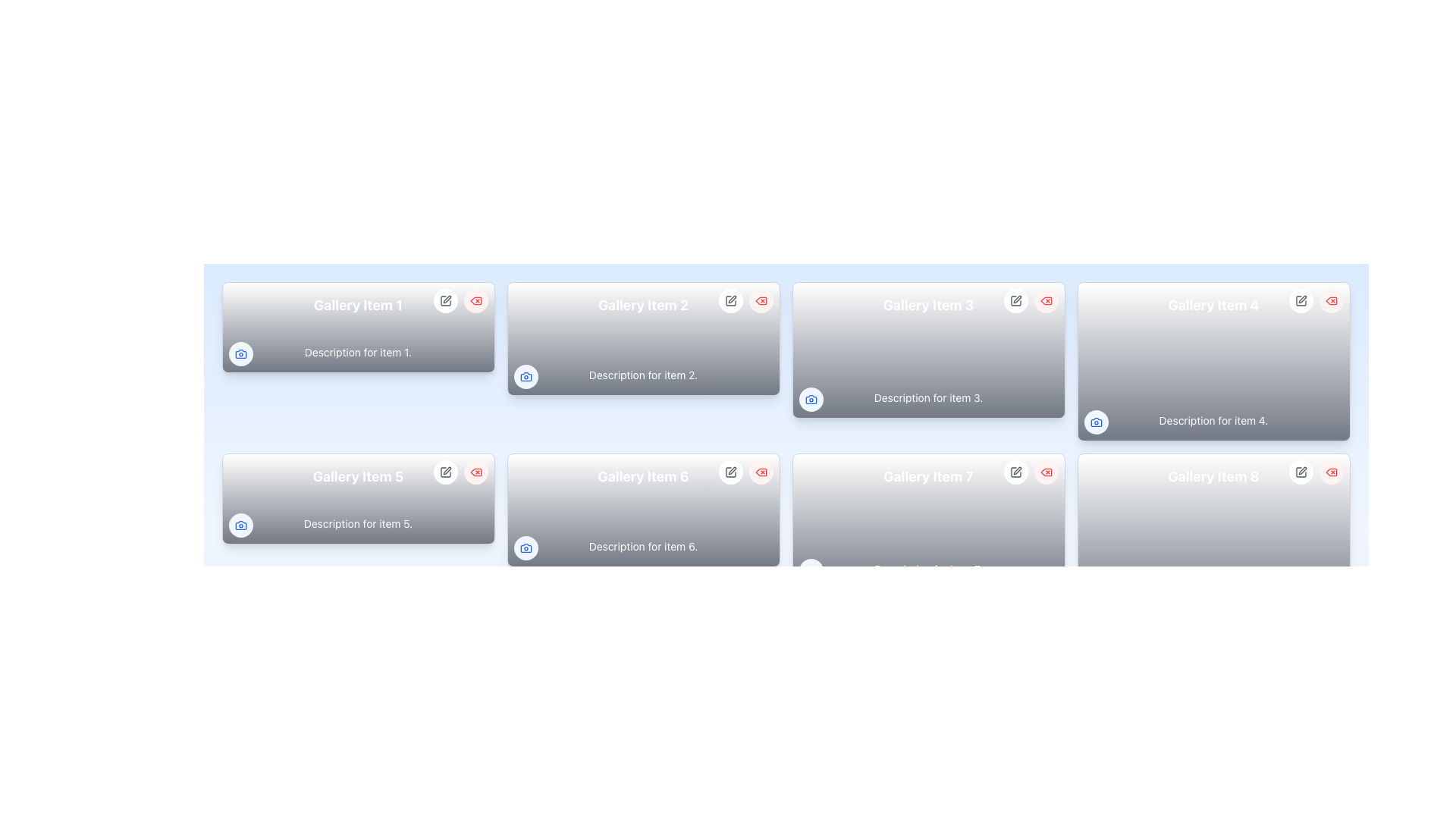 This screenshot has height=819, width=1456. Describe the element at coordinates (1096, 422) in the screenshot. I see `the action button located at the bottom-left corner of the 'Gallery Item 4' card to observe any hover effects` at that location.